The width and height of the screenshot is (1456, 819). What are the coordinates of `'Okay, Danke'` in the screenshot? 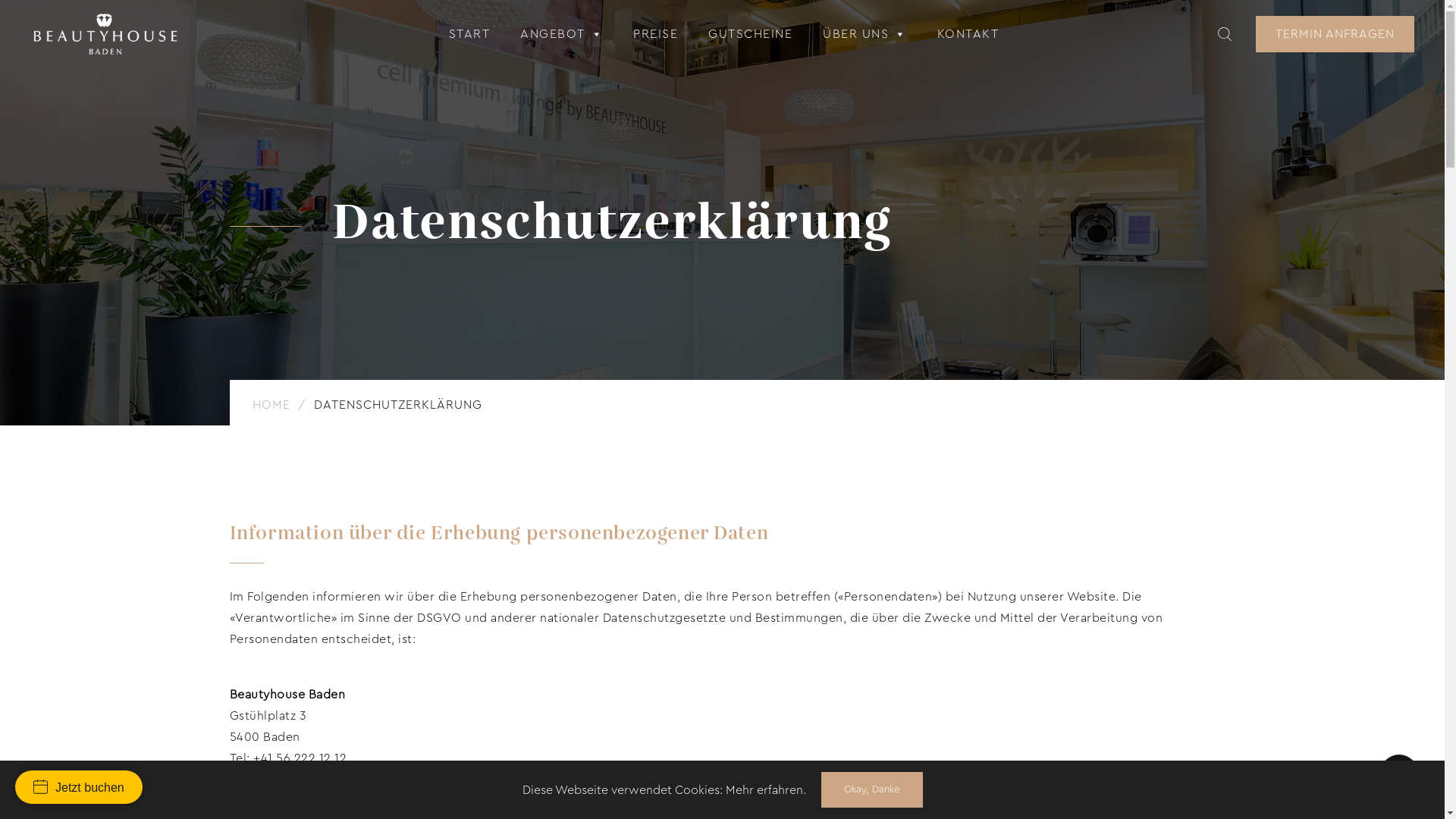 It's located at (871, 789).